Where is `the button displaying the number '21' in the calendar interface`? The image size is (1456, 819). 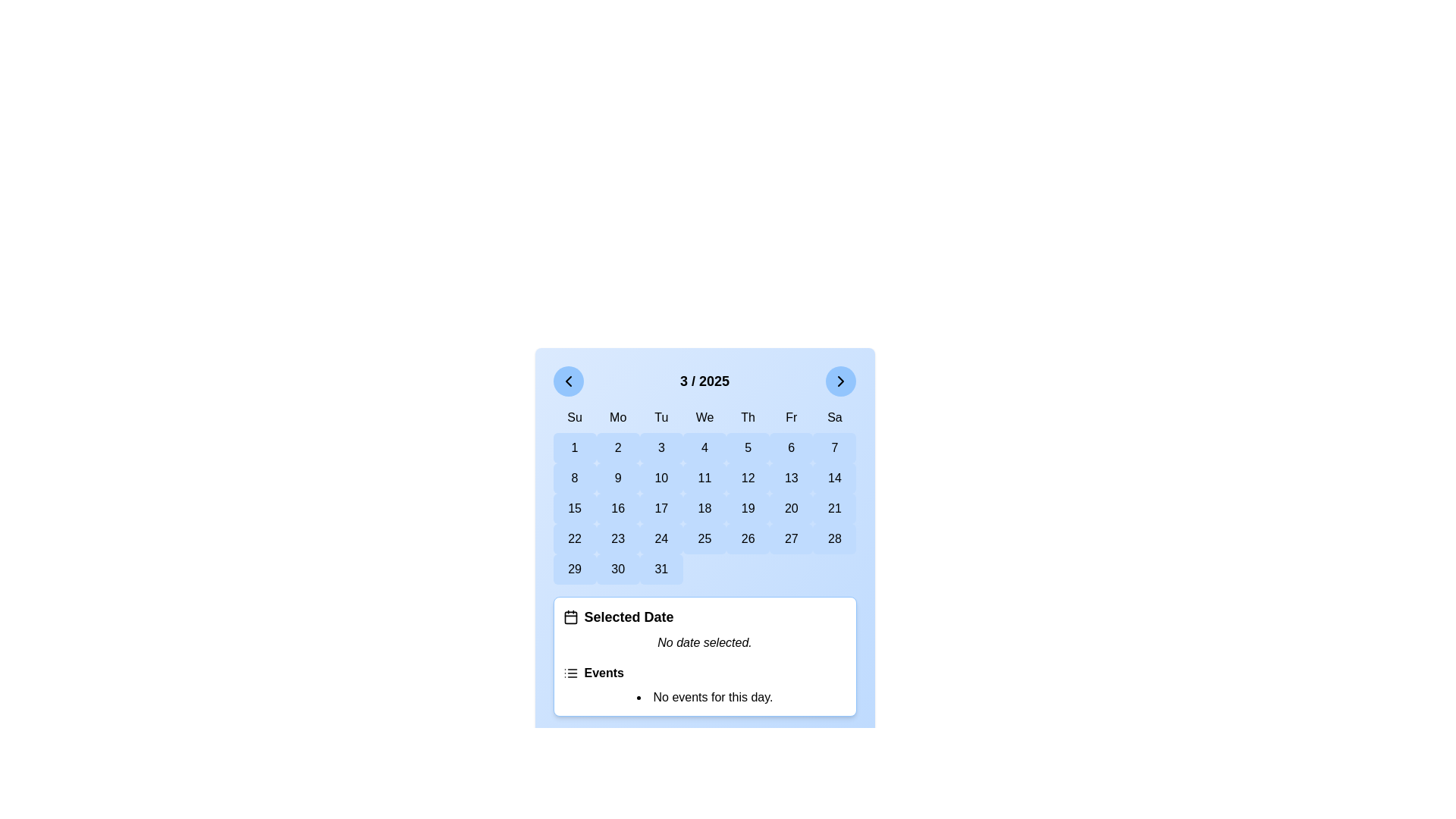
the button displaying the number '21' in the calendar interface is located at coordinates (833, 509).